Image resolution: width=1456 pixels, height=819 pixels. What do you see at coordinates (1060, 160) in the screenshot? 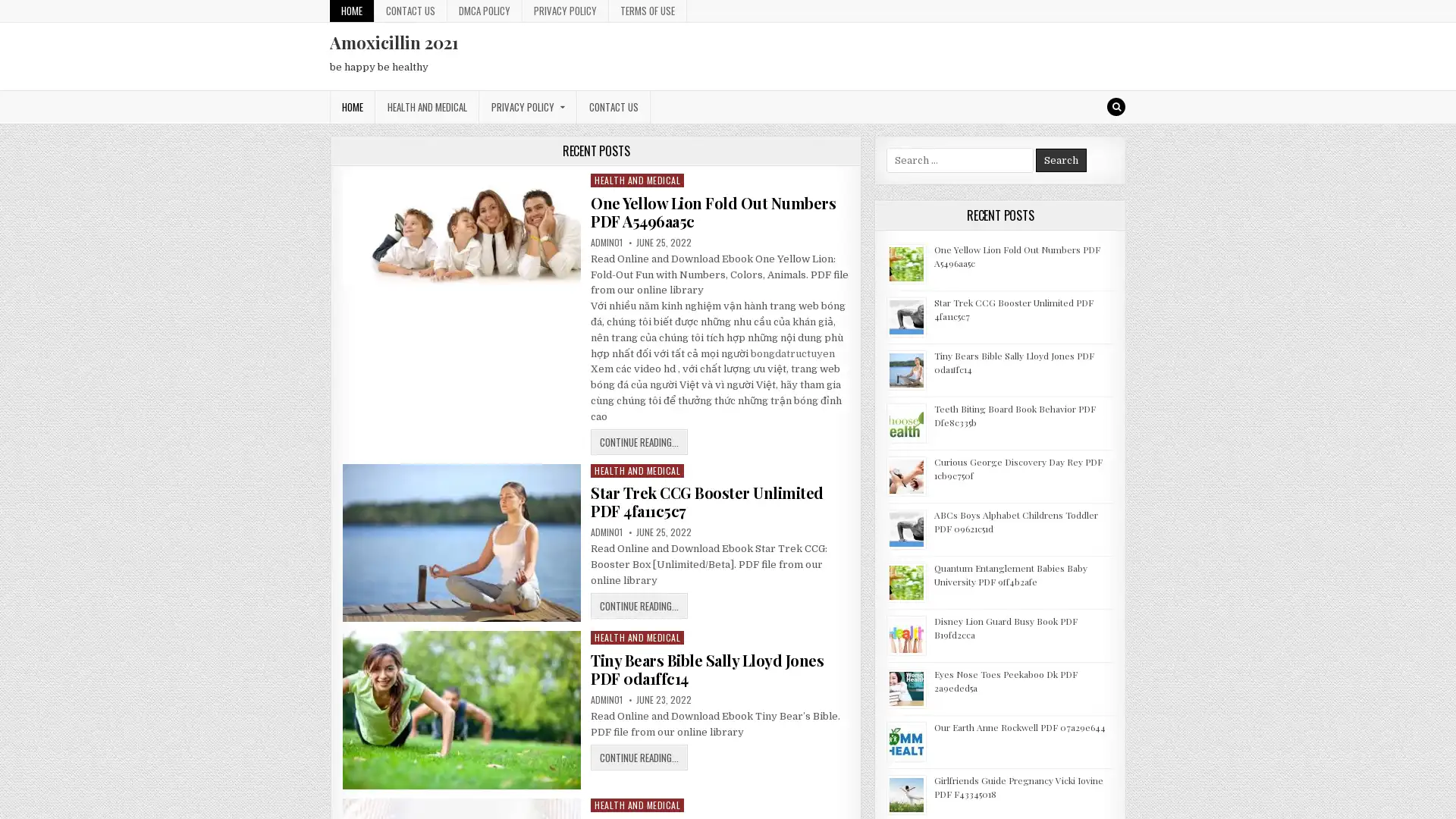
I see `Search` at bounding box center [1060, 160].